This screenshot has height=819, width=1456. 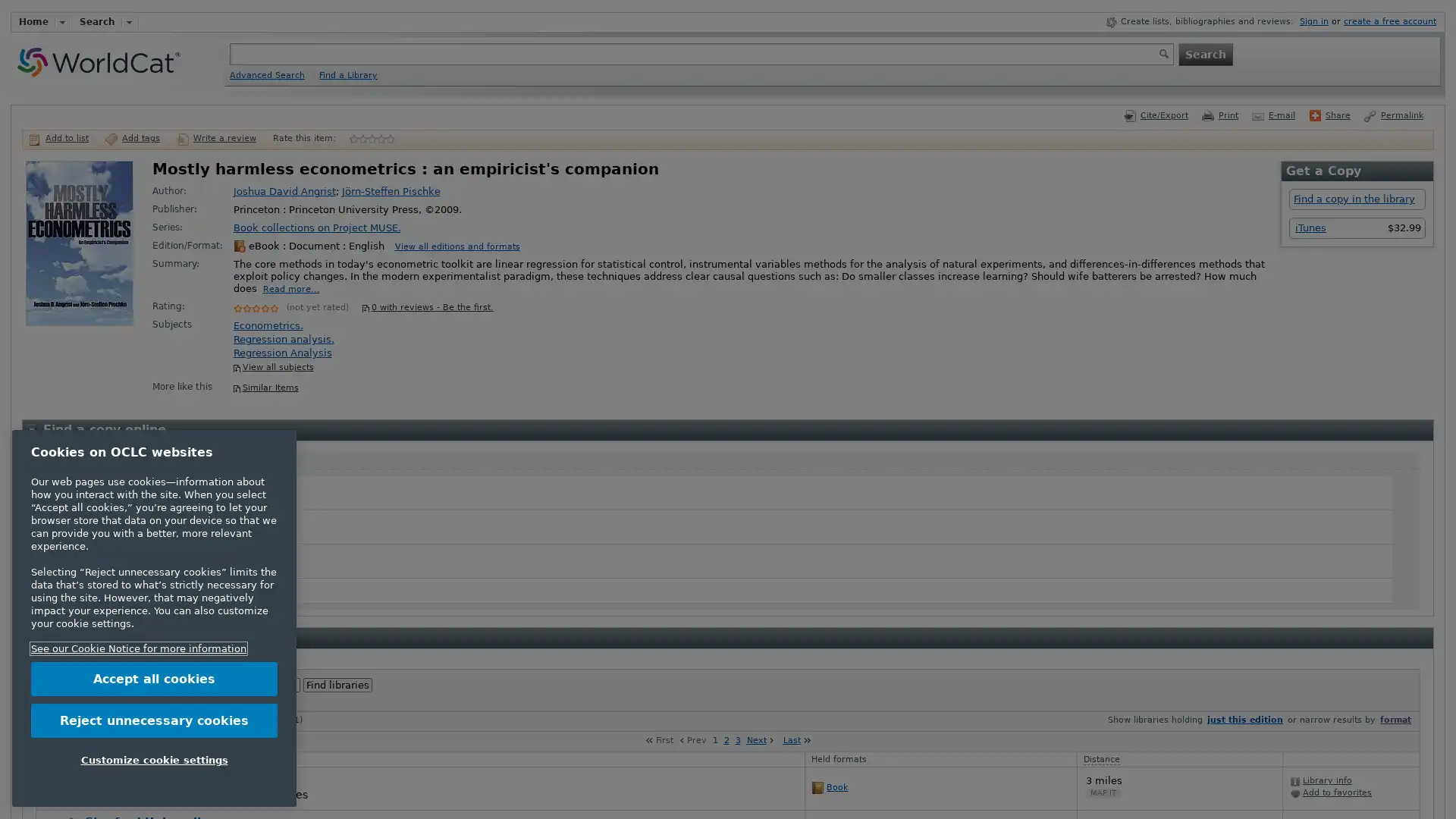 What do you see at coordinates (1203, 52) in the screenshot?
I see `Search` at bounding box center [1203, 52].